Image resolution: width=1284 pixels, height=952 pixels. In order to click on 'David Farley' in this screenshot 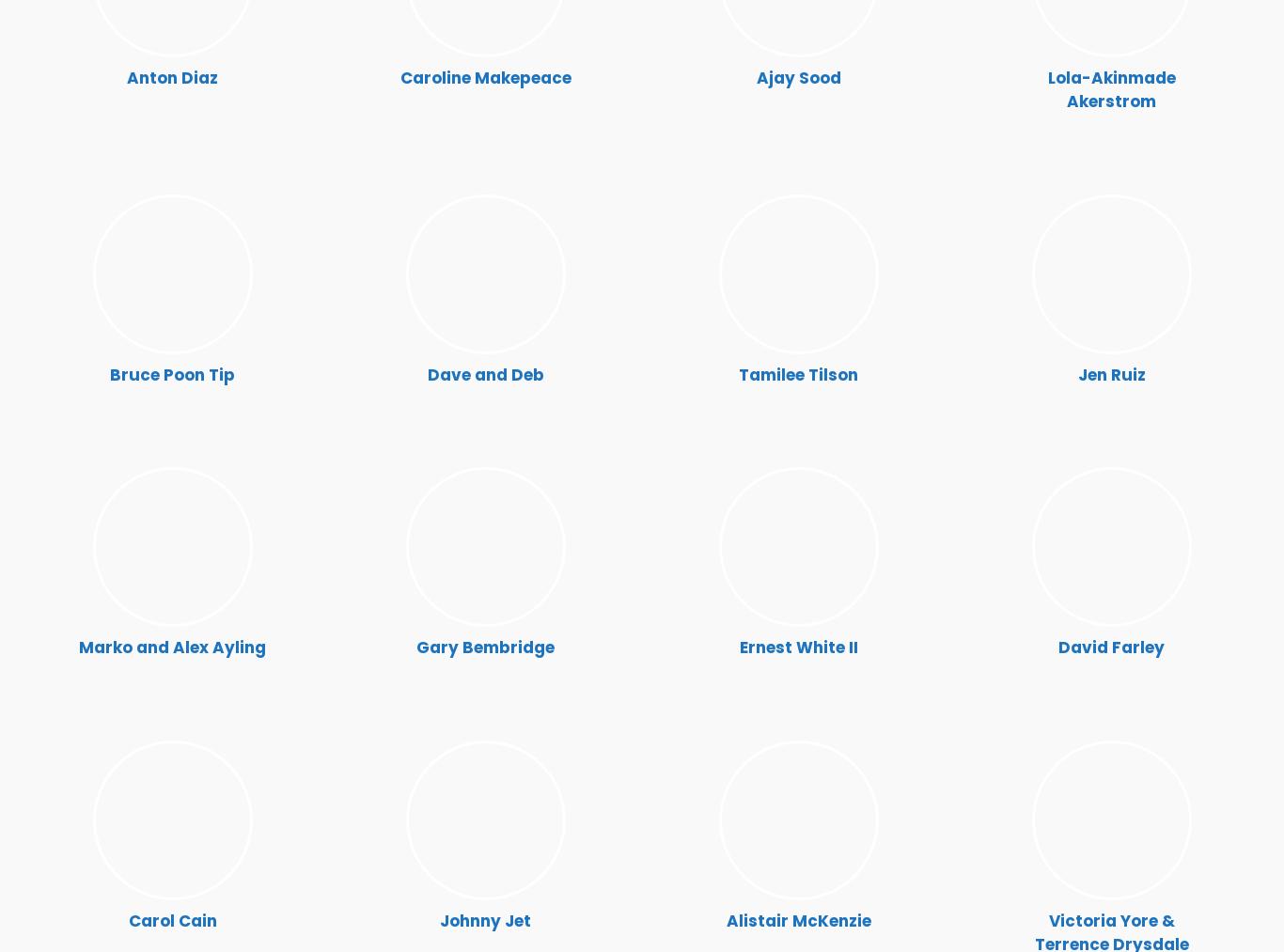, I will do `click(1111, 647)`.